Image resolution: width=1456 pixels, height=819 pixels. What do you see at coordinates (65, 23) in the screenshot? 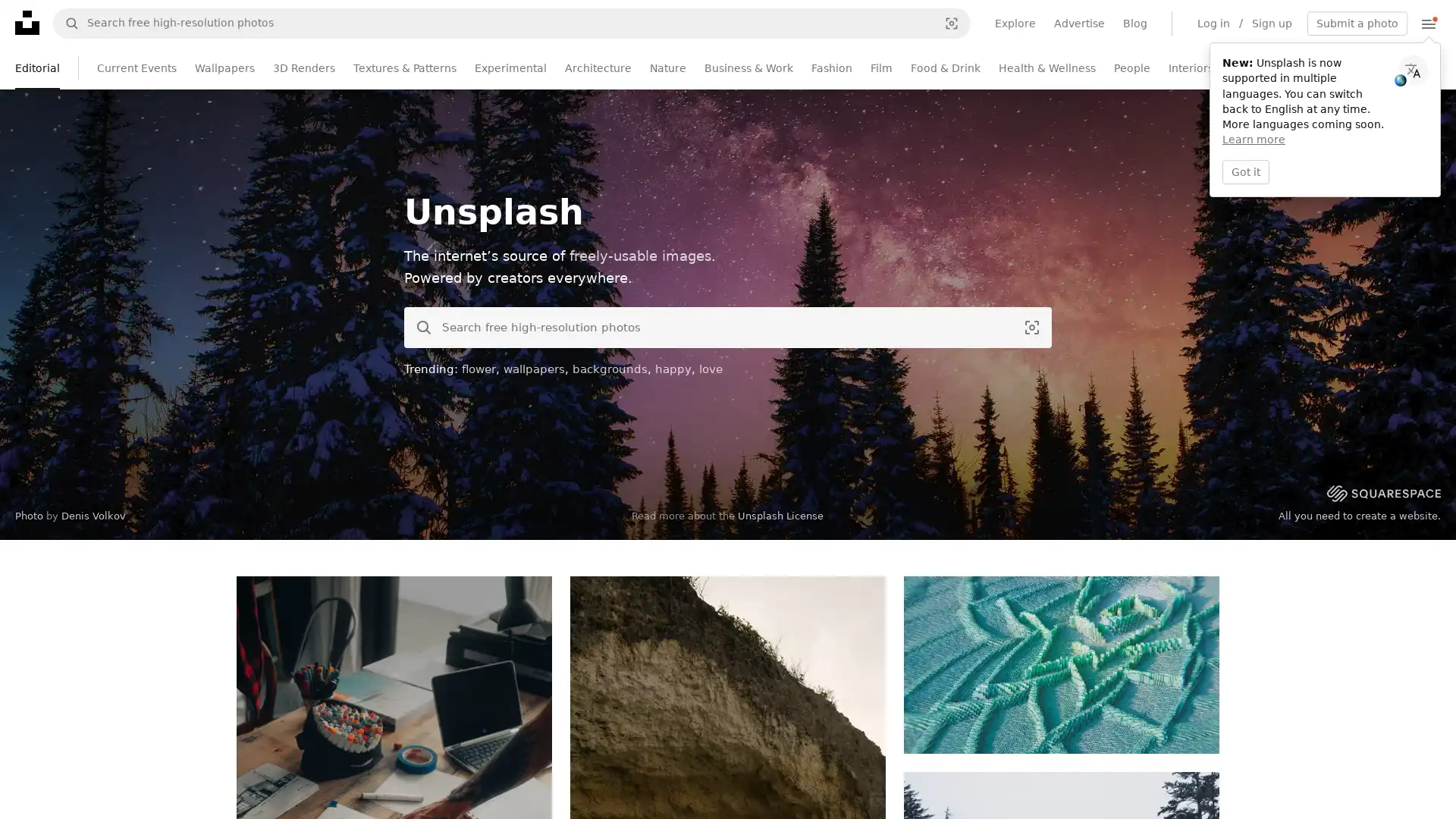
I see `Search Unsplash` at bounding box center [65, 23].